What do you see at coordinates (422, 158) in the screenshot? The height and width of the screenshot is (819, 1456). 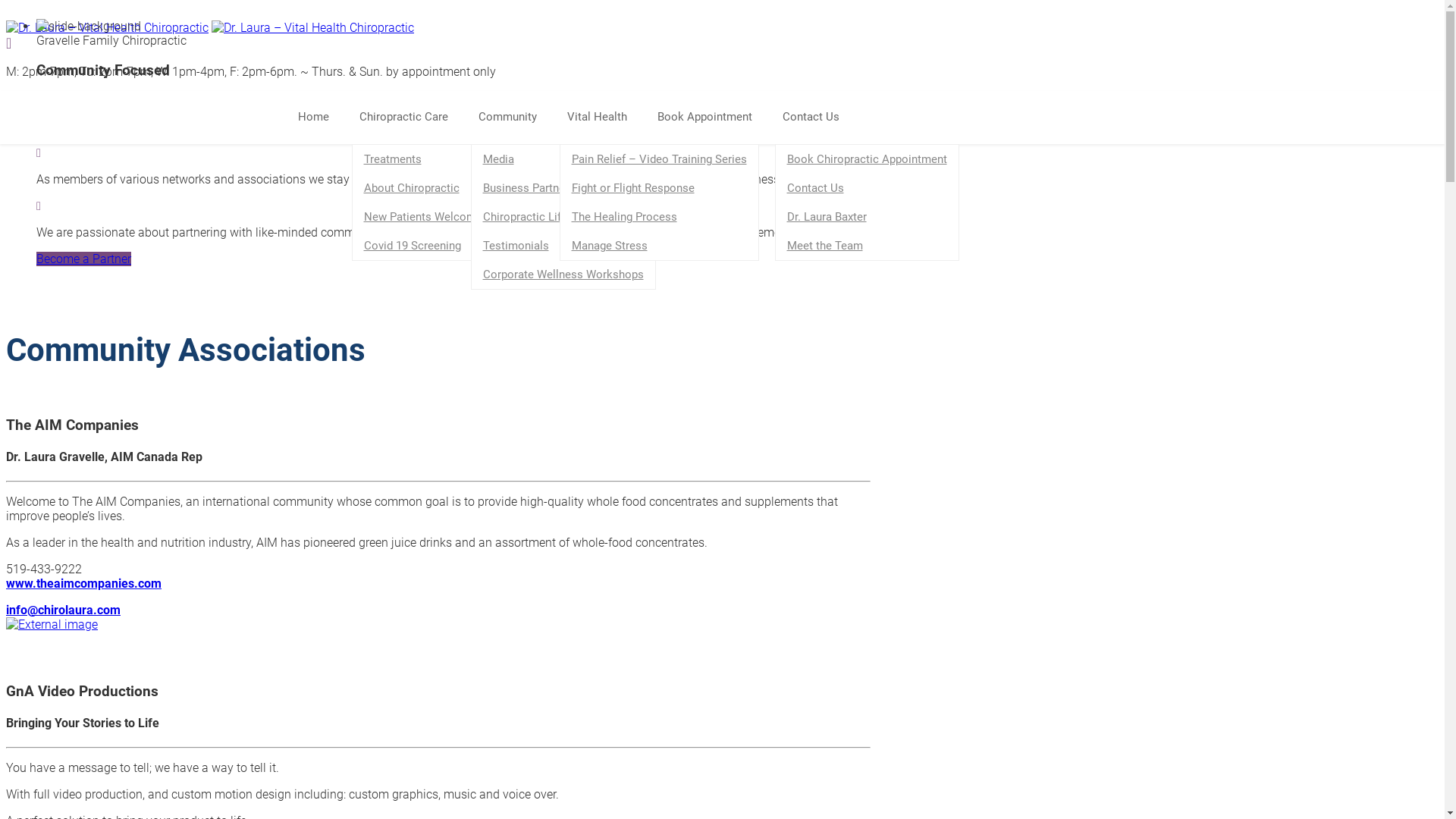 I see `'Treatments'` at bounding box center [422, 158].